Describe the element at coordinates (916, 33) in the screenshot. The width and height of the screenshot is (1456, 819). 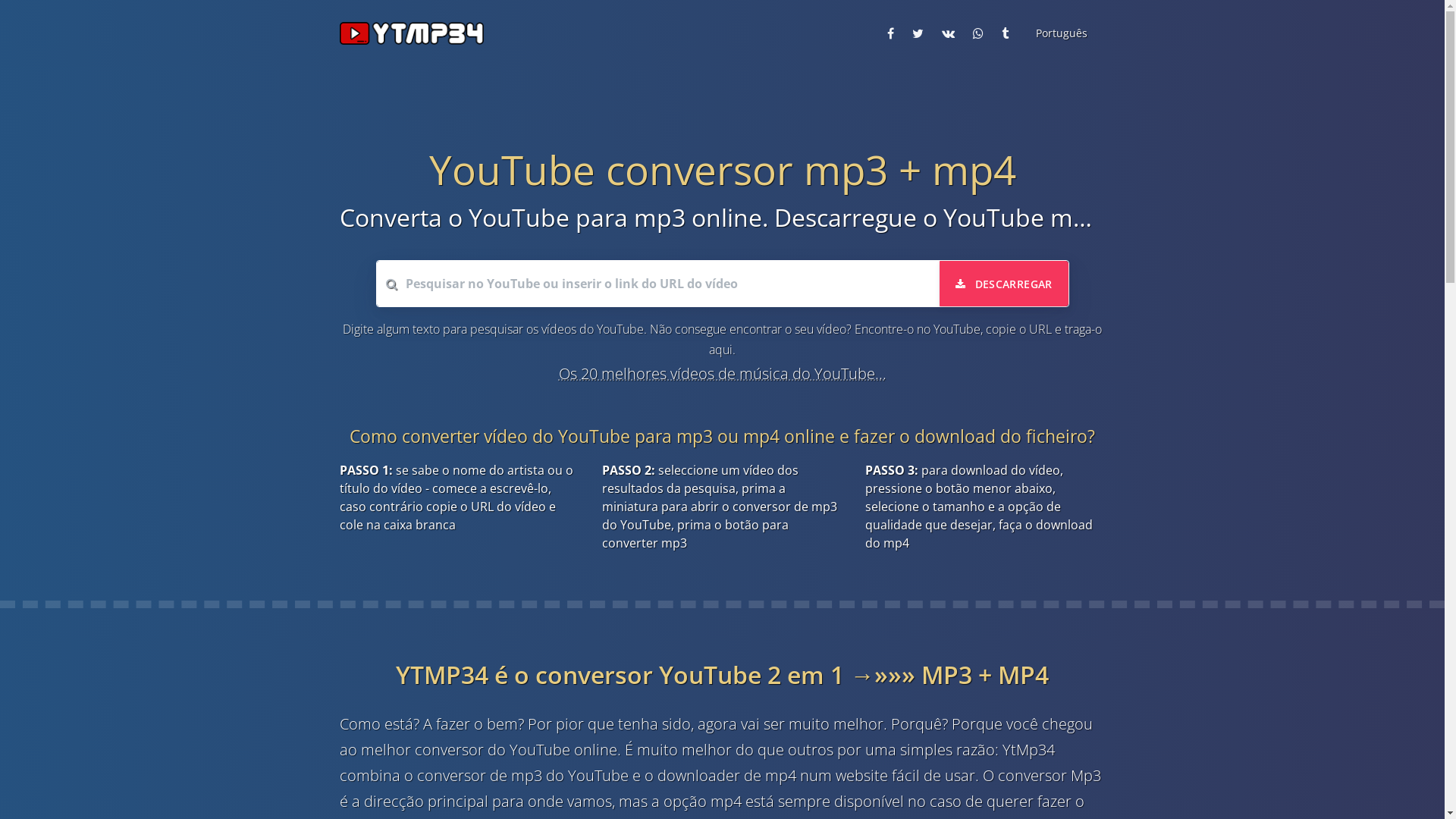
I see `'Compartilhar em Twitter'` at that location.